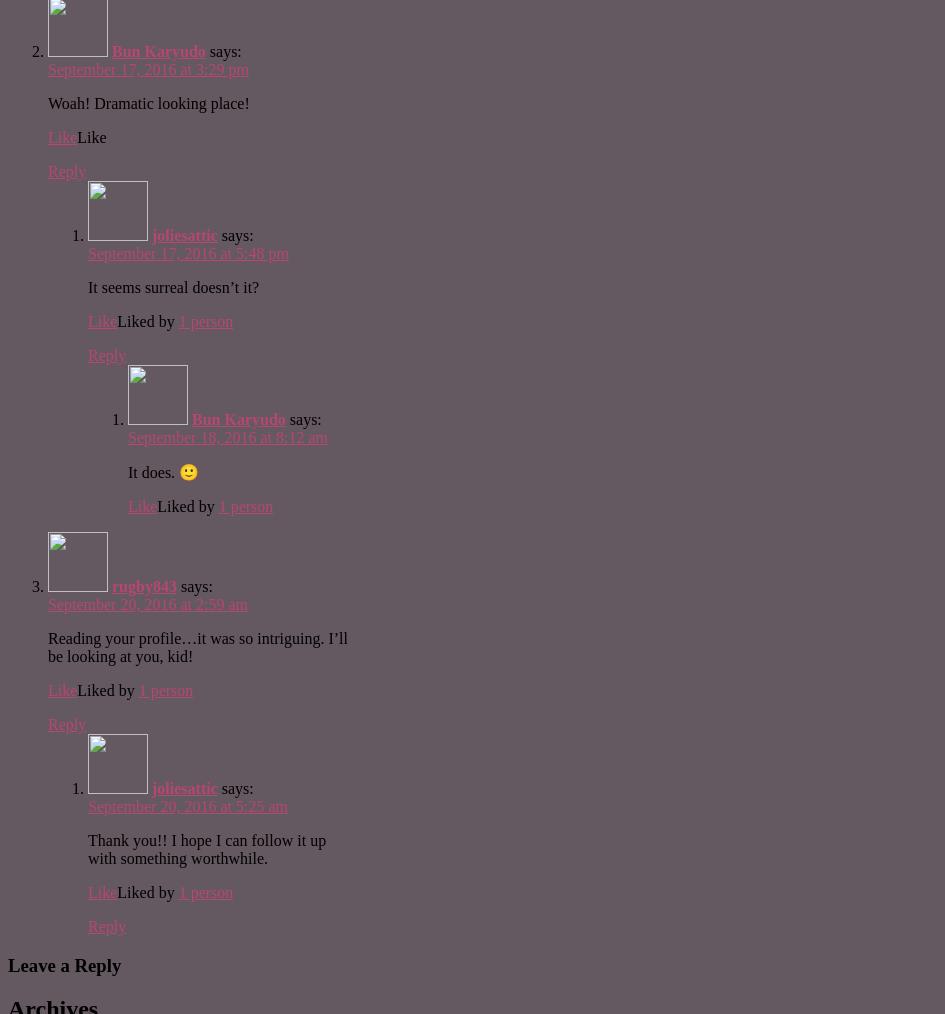 The width and height of the screenshot is (945, 1014). What do you see at coordinates (64, 964) in the screenshot?
I see `'Leave a Reply'` at bounding box center [64, 964].